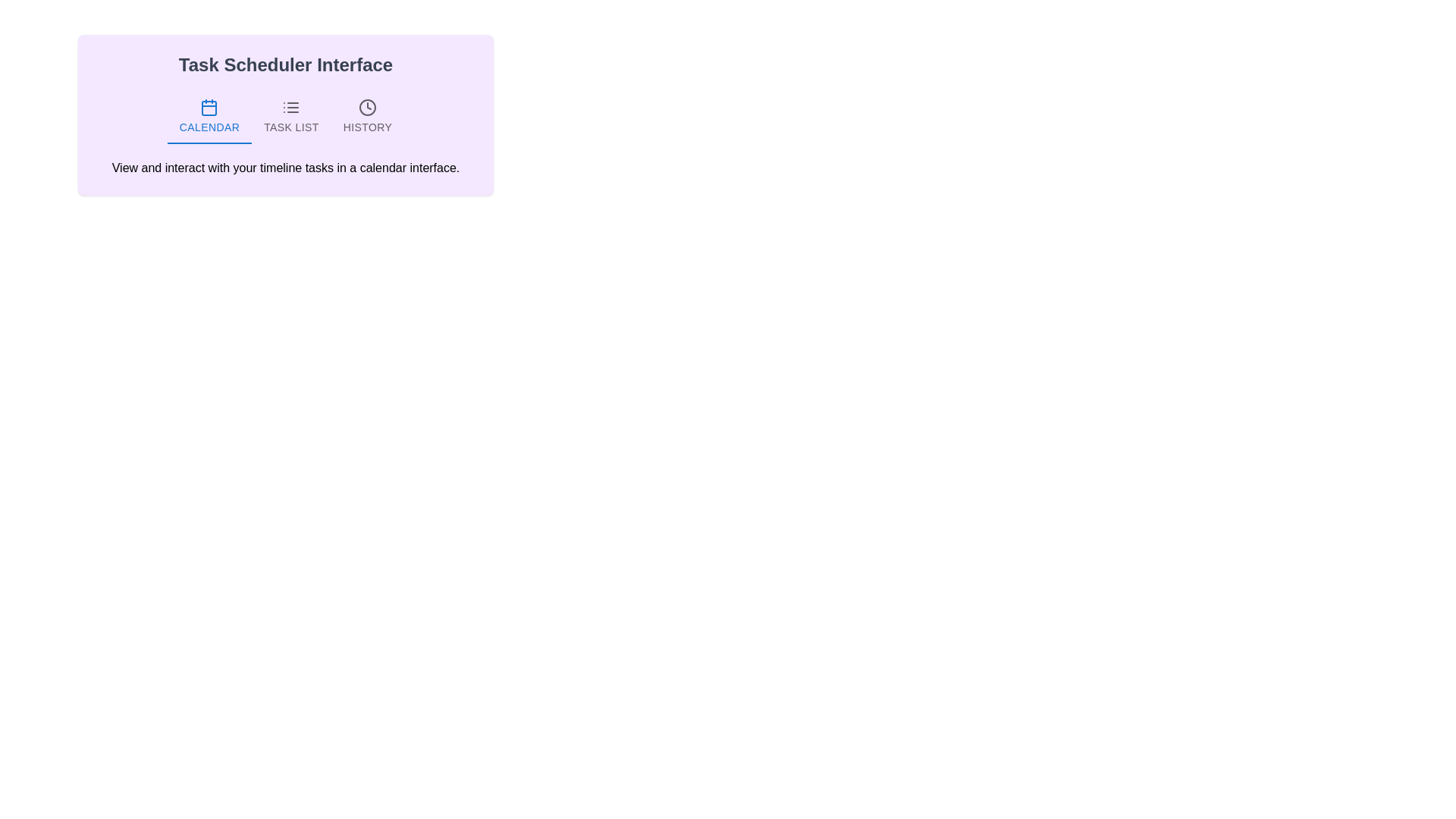 This screenshot has width=1456, height=819. I want to click on the 'Task List' tab button, which contains a simplistic icon of three horizontal lines, so click(291, 107).